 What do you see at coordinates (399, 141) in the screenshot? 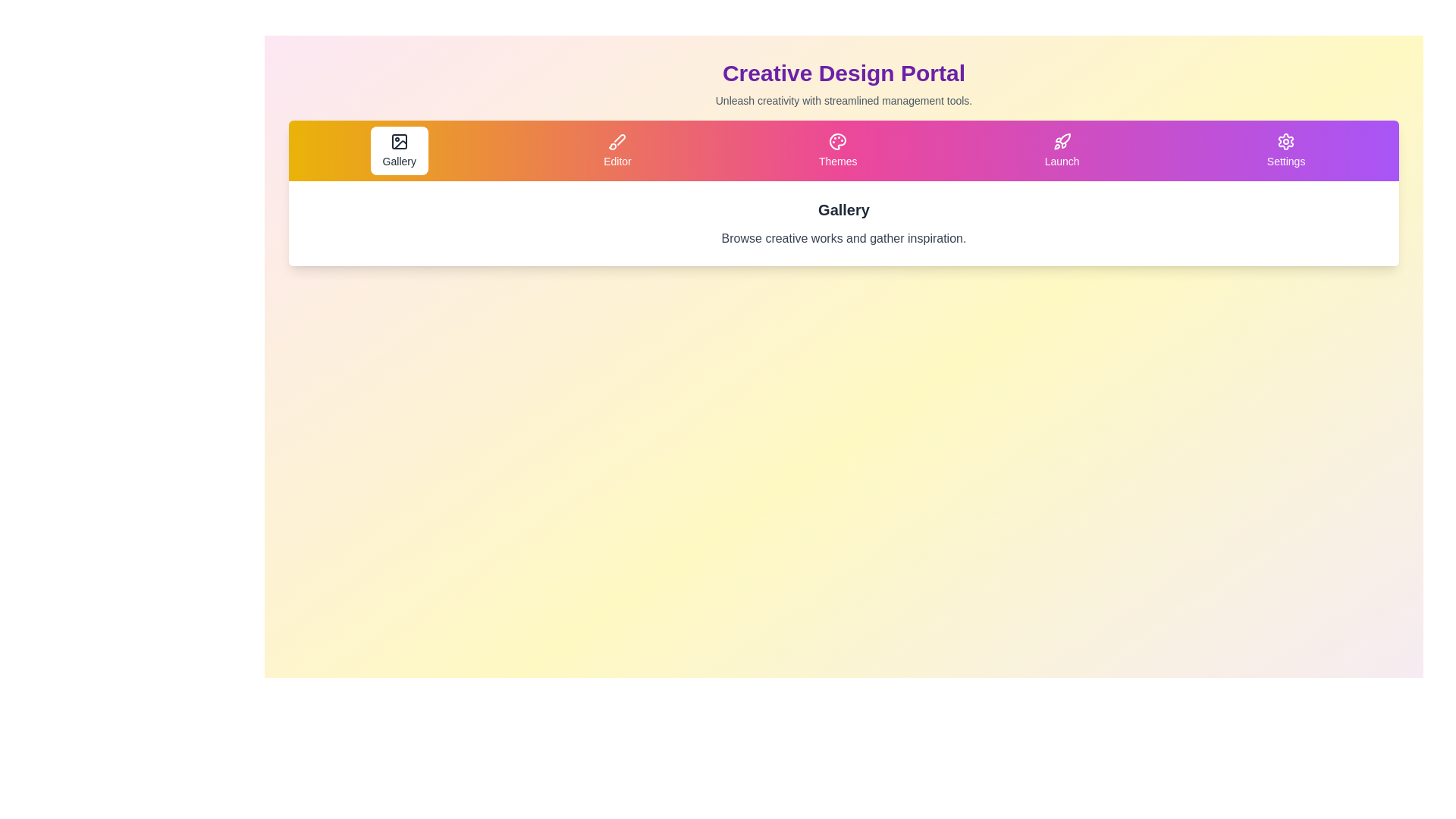
I see `the 'Gallery' Icon located on the leftmost side of the navigation bar` at bounding box center [399, 141].